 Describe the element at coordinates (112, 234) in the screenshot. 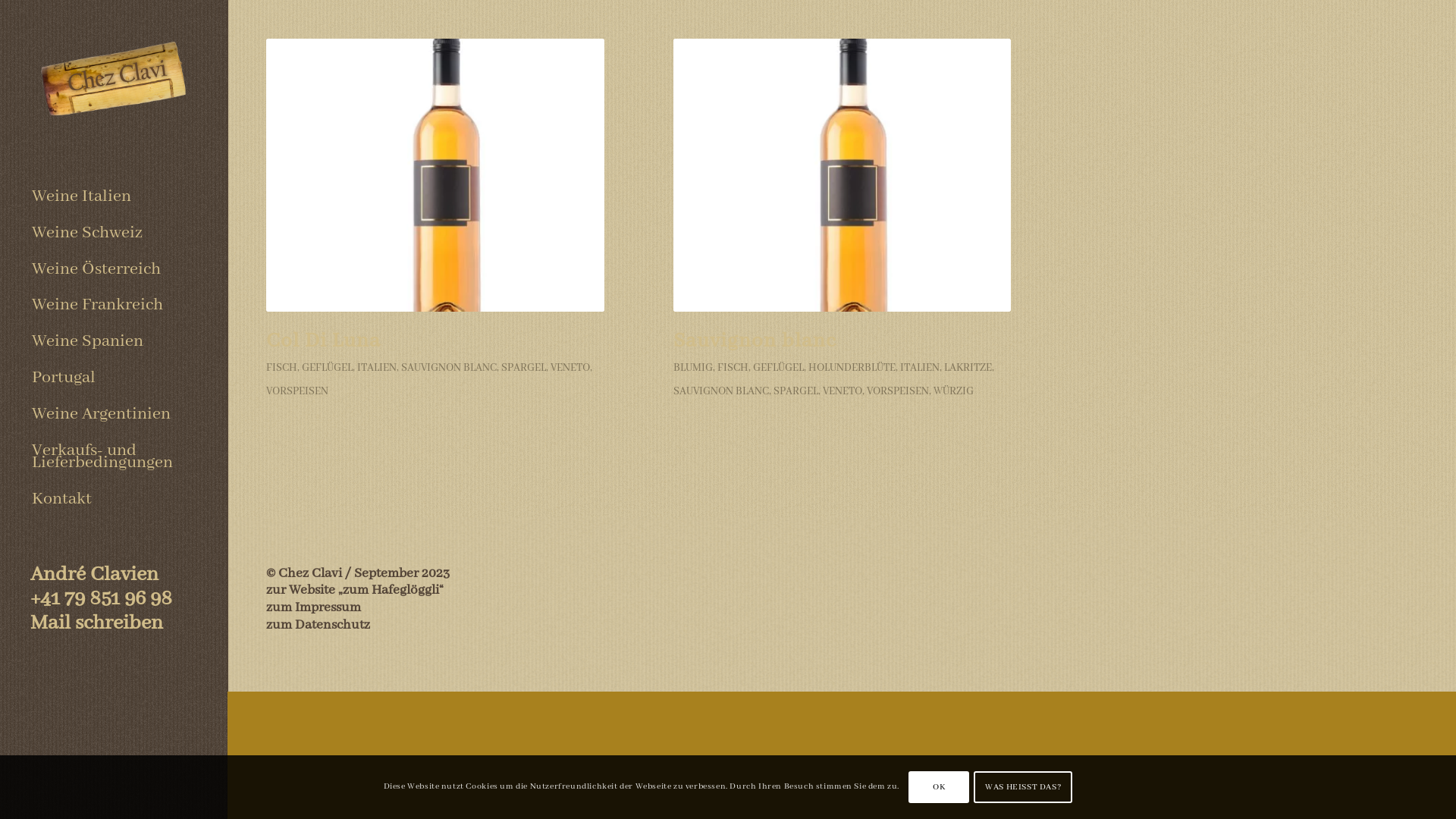

I see `'Weine Schweiz'` at that location.